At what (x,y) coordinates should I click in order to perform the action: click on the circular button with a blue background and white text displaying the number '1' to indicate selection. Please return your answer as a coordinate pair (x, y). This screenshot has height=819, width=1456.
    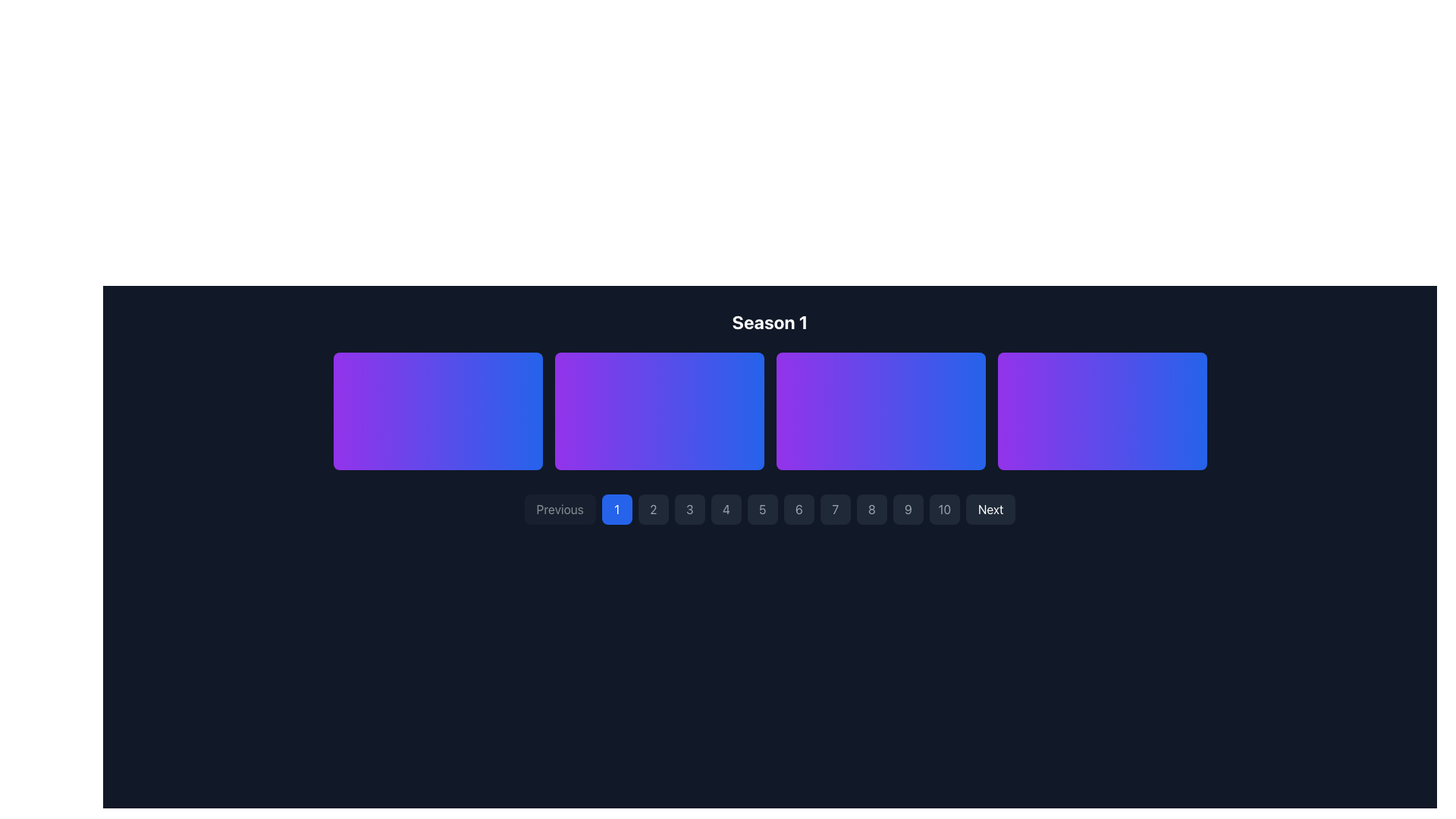
    Looking at the image, I should click on (617, 510).